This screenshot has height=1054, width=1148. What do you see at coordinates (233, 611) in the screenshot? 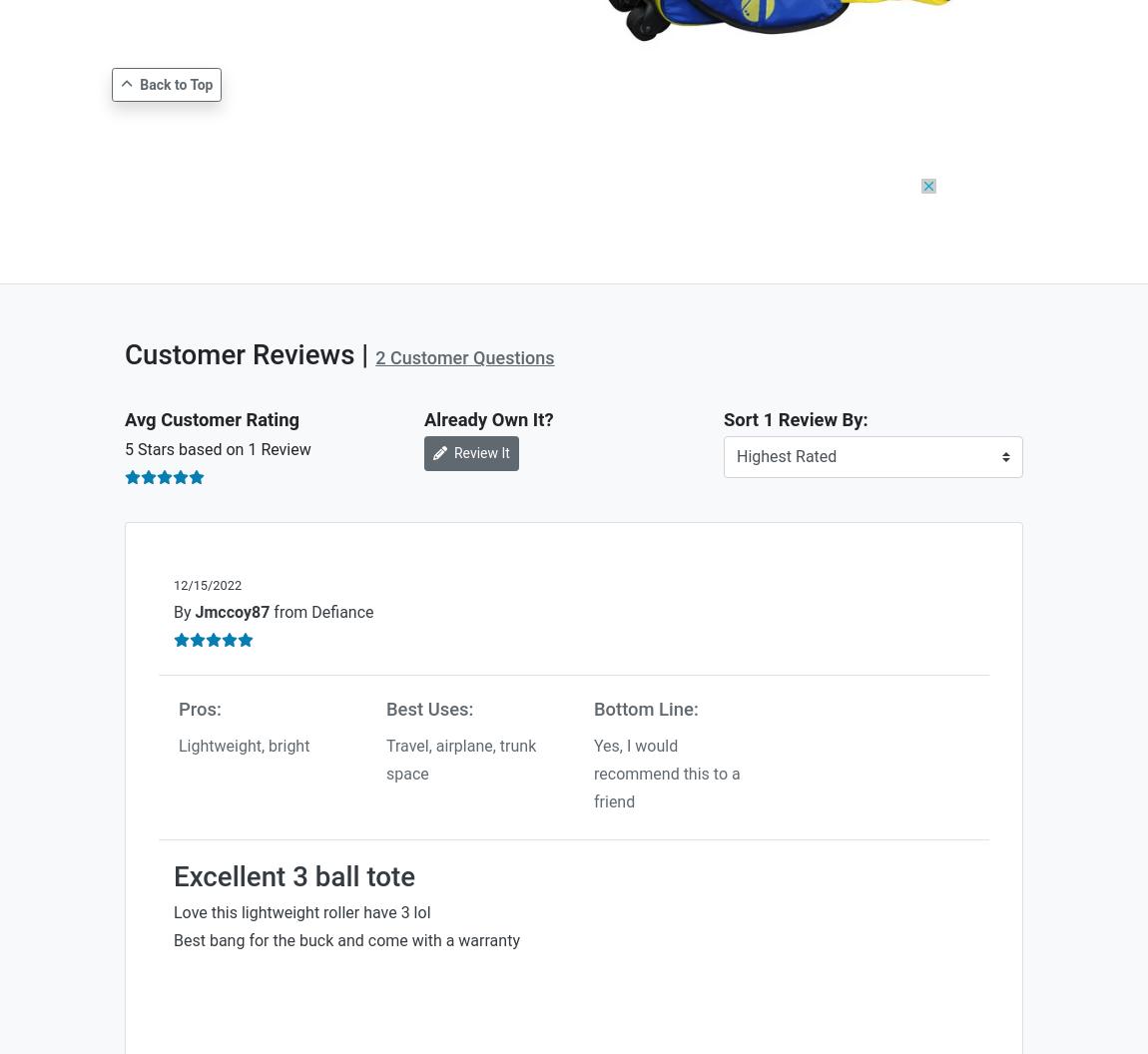
I see `'Jmccoy87'` at bounding box center [233, 611].